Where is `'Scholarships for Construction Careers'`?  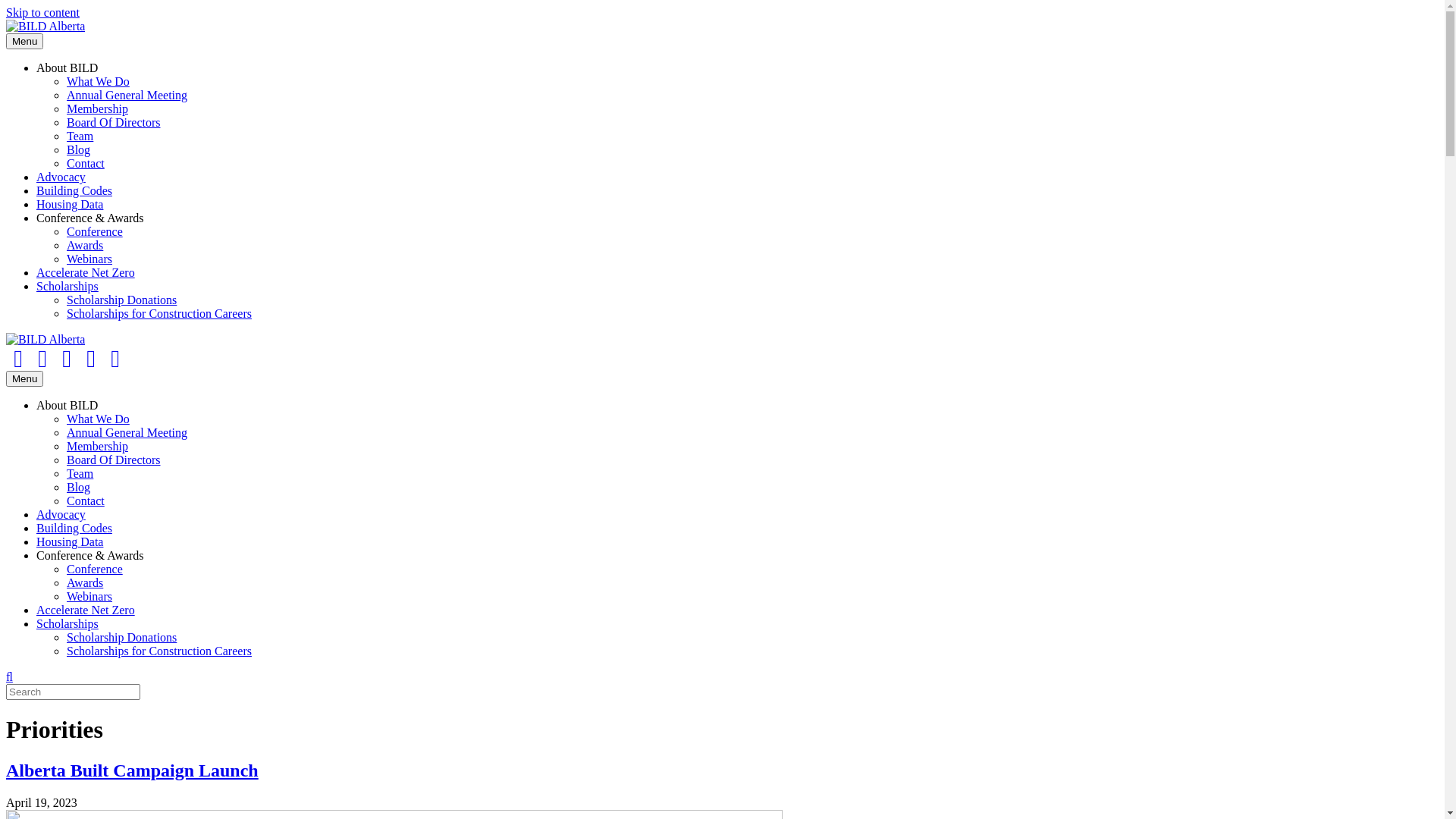 'Scholarships for Construction Careers' is located at coordinates (159, 312).